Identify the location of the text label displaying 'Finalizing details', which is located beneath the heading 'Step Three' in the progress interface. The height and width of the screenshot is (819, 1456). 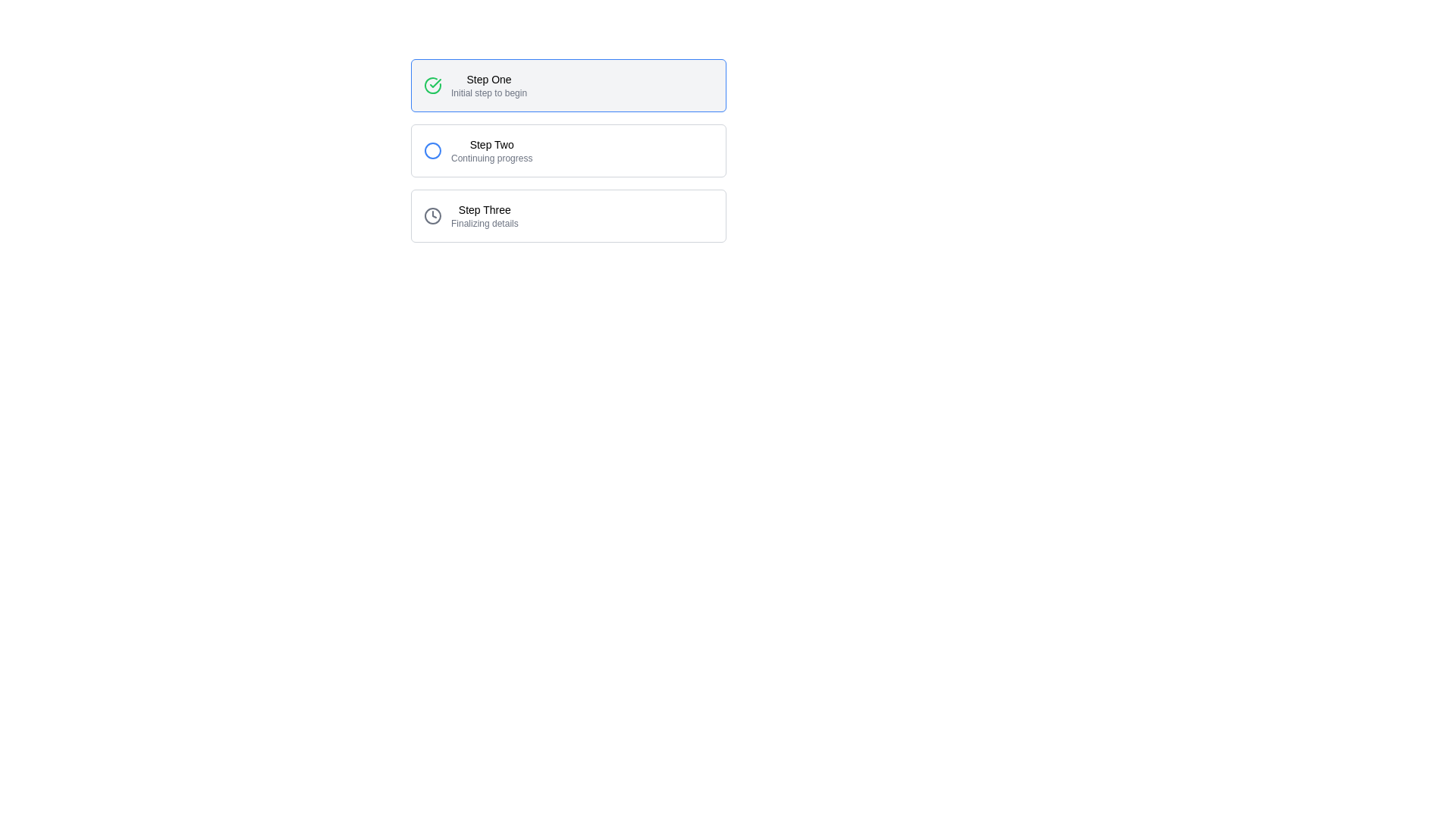
(484, 223).